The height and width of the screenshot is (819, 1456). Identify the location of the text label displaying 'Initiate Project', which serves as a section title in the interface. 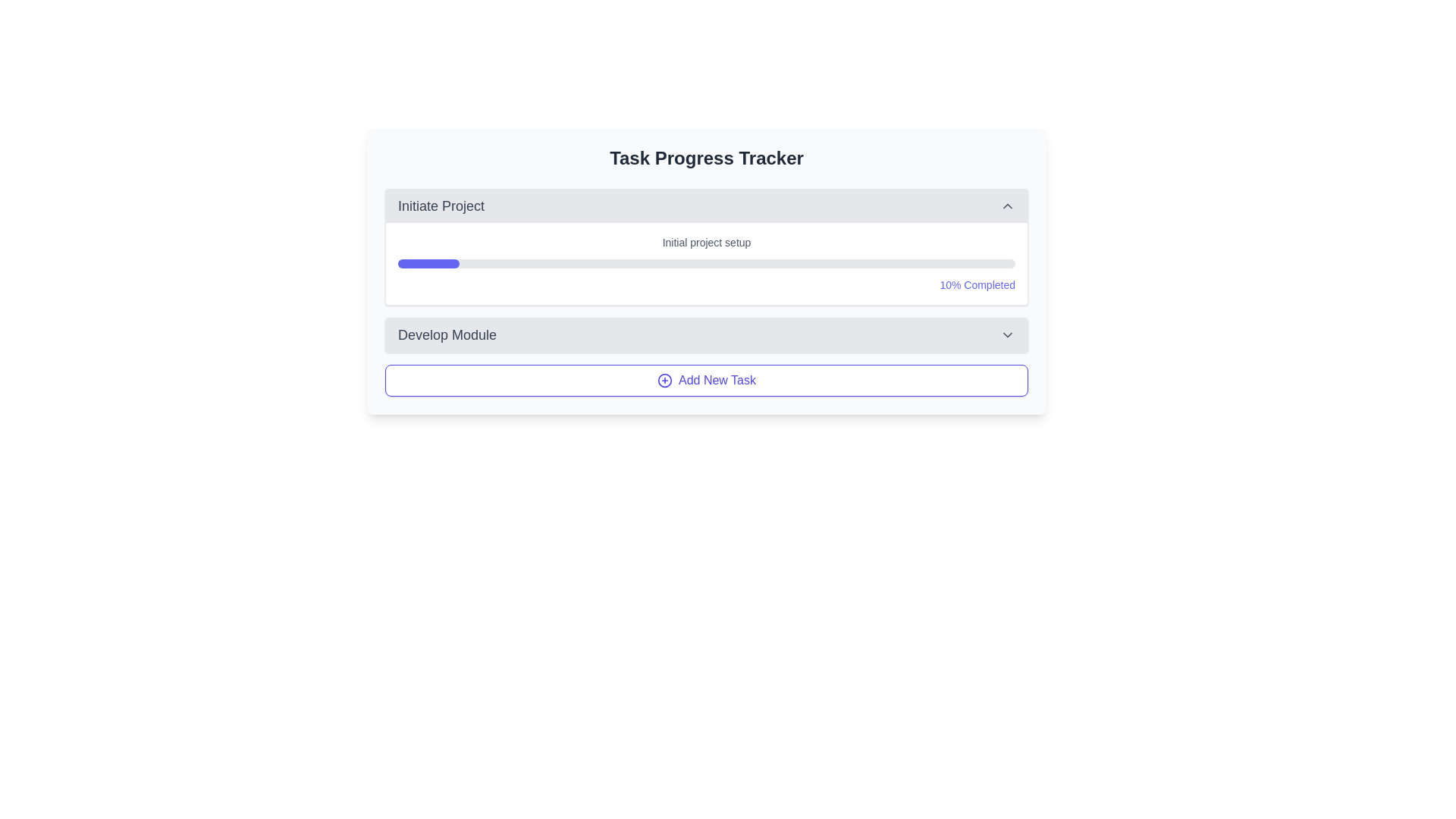
(440, 206).